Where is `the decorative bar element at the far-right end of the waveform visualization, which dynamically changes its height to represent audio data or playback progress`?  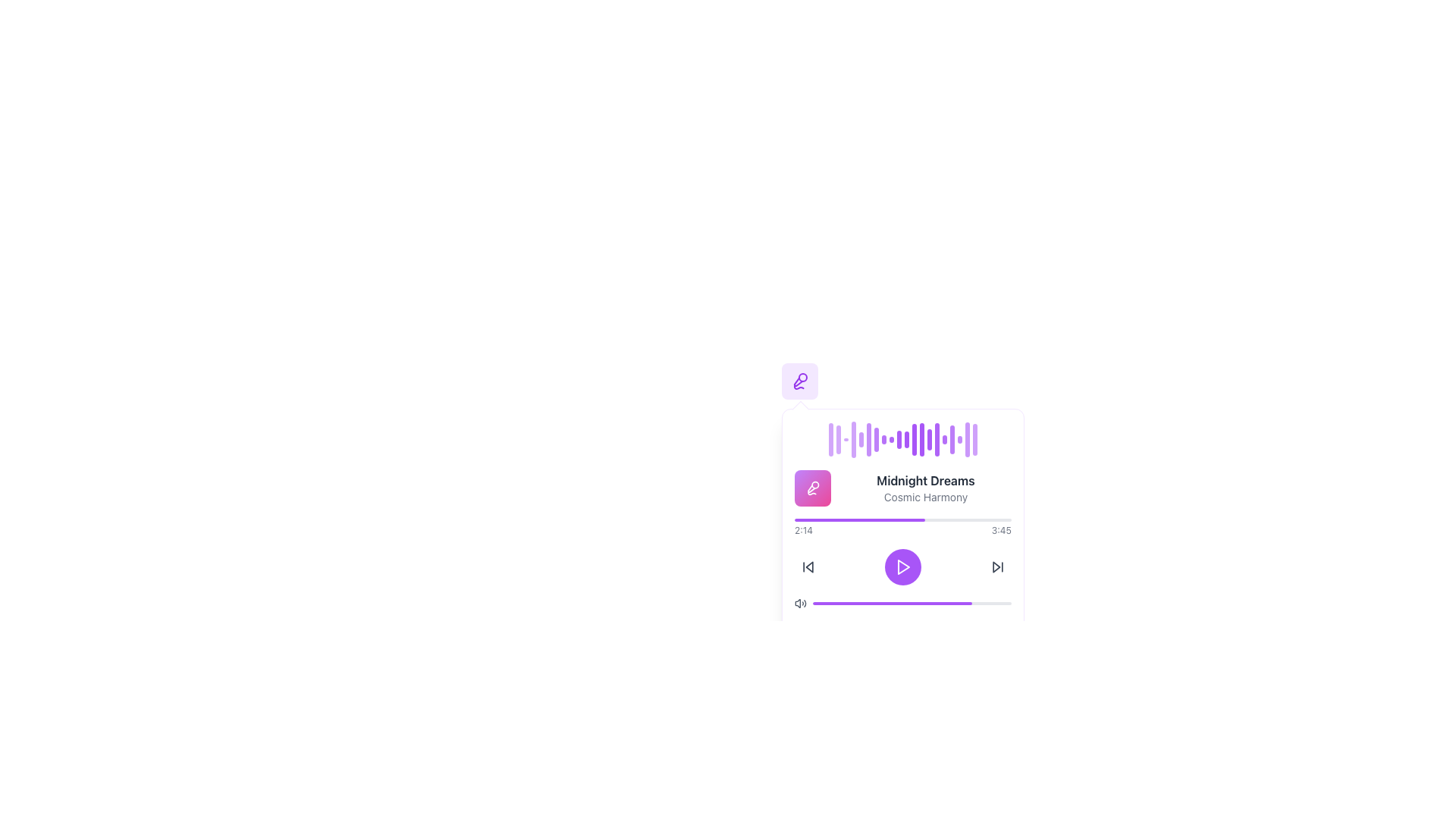
the decorative bar element at the far-right end of the waveform visualization, which dynamically changes its height to represent audio data or playback progress is located at coordinates (975, 438).